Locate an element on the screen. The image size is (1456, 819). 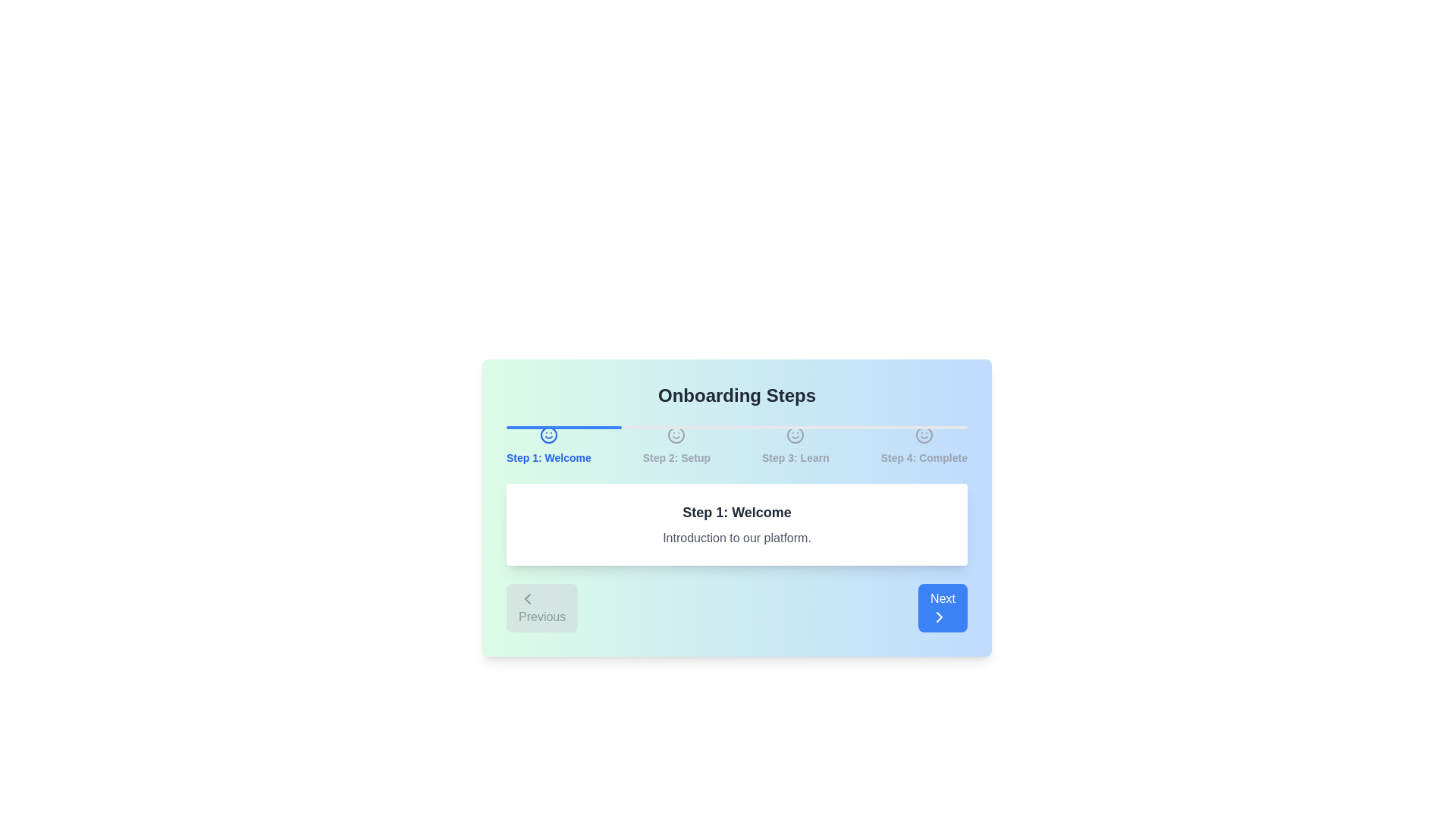
the rightward chevron SVG icon within the 'Next' button in the onboarding modal to prepare for forward navigation is located at coordinates (939, 617).